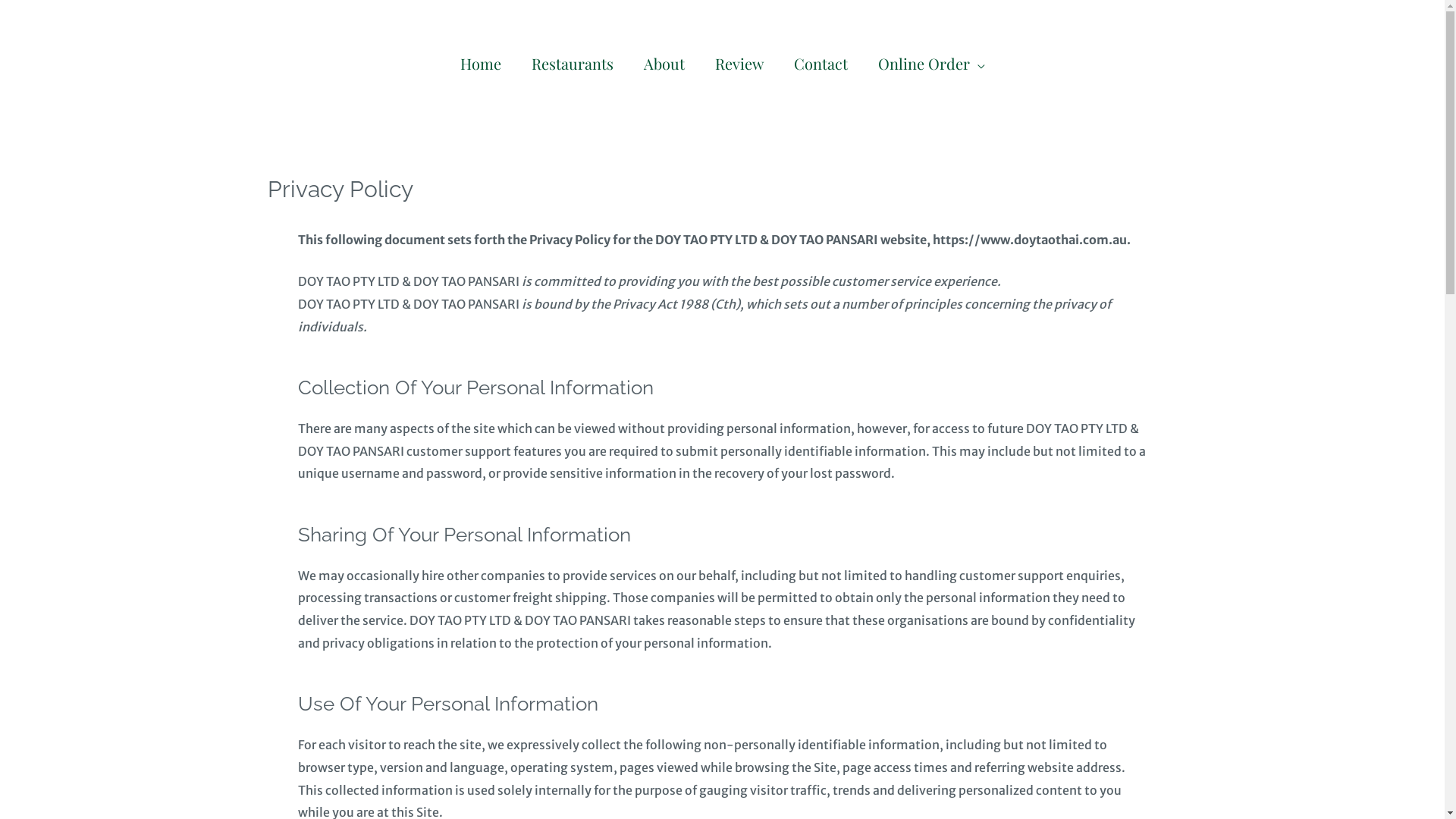  I want to click on 'Review', so click(739, 61).